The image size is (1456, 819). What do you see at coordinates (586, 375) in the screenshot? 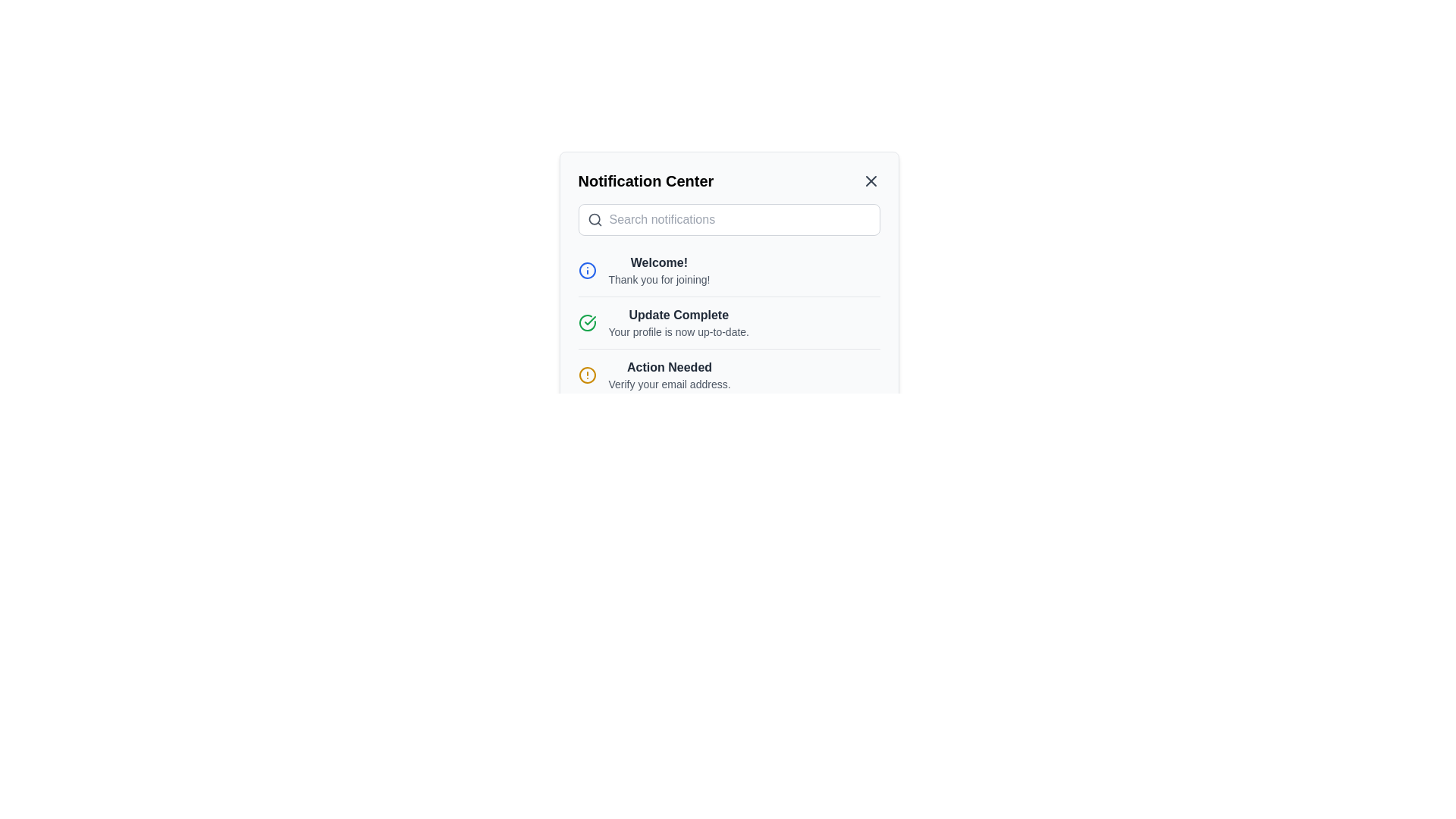
I see `the circular indicator within the yellow alert icon located next to the 'Action Needed' text in the Notification Center` at bounding box center [586, 375].